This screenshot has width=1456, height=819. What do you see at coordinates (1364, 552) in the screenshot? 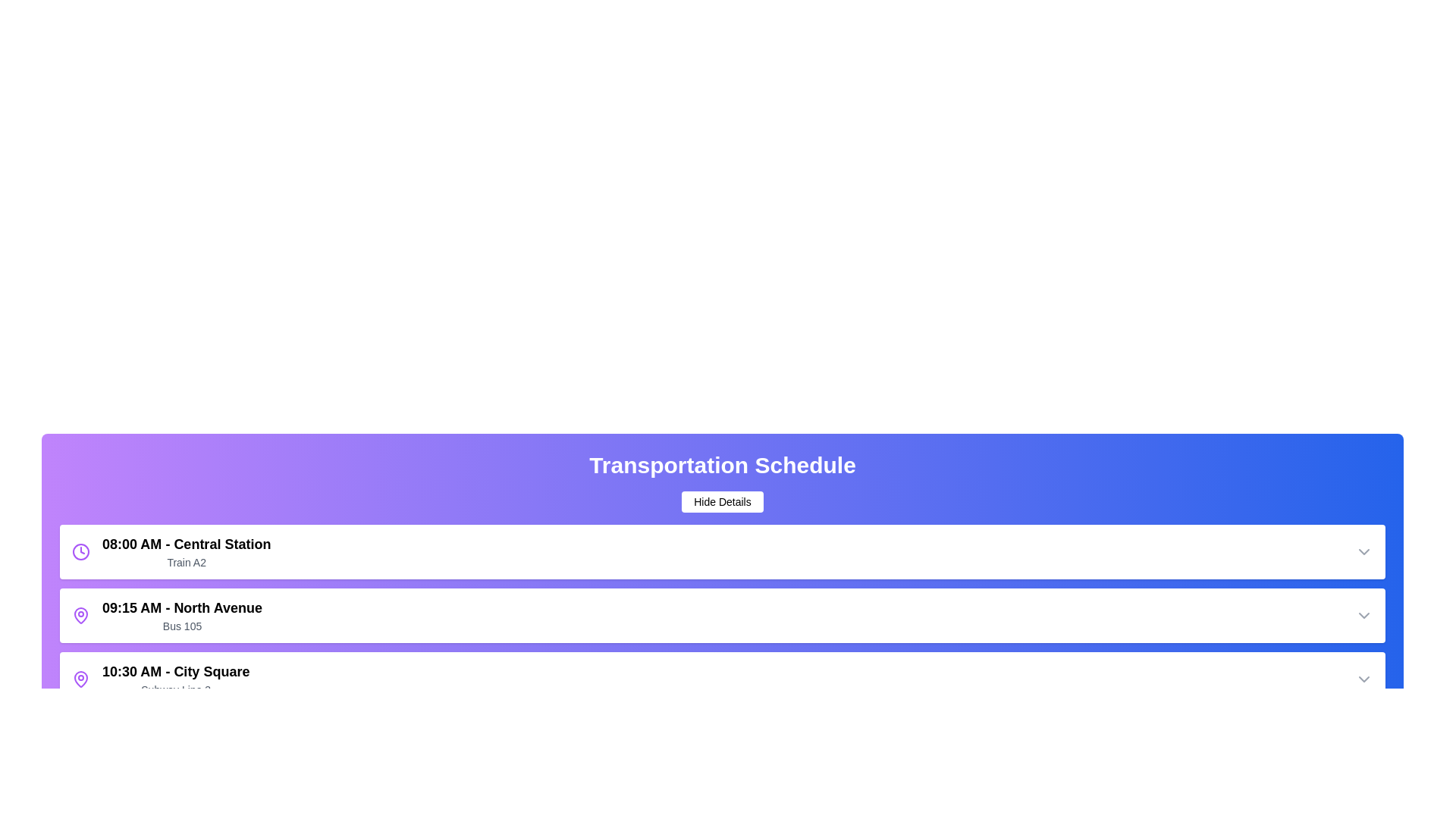
I see `the dropdown arrow of the schedule item corresponding to 08:00 AM - Central Station` at bounding box center [1364, 552].